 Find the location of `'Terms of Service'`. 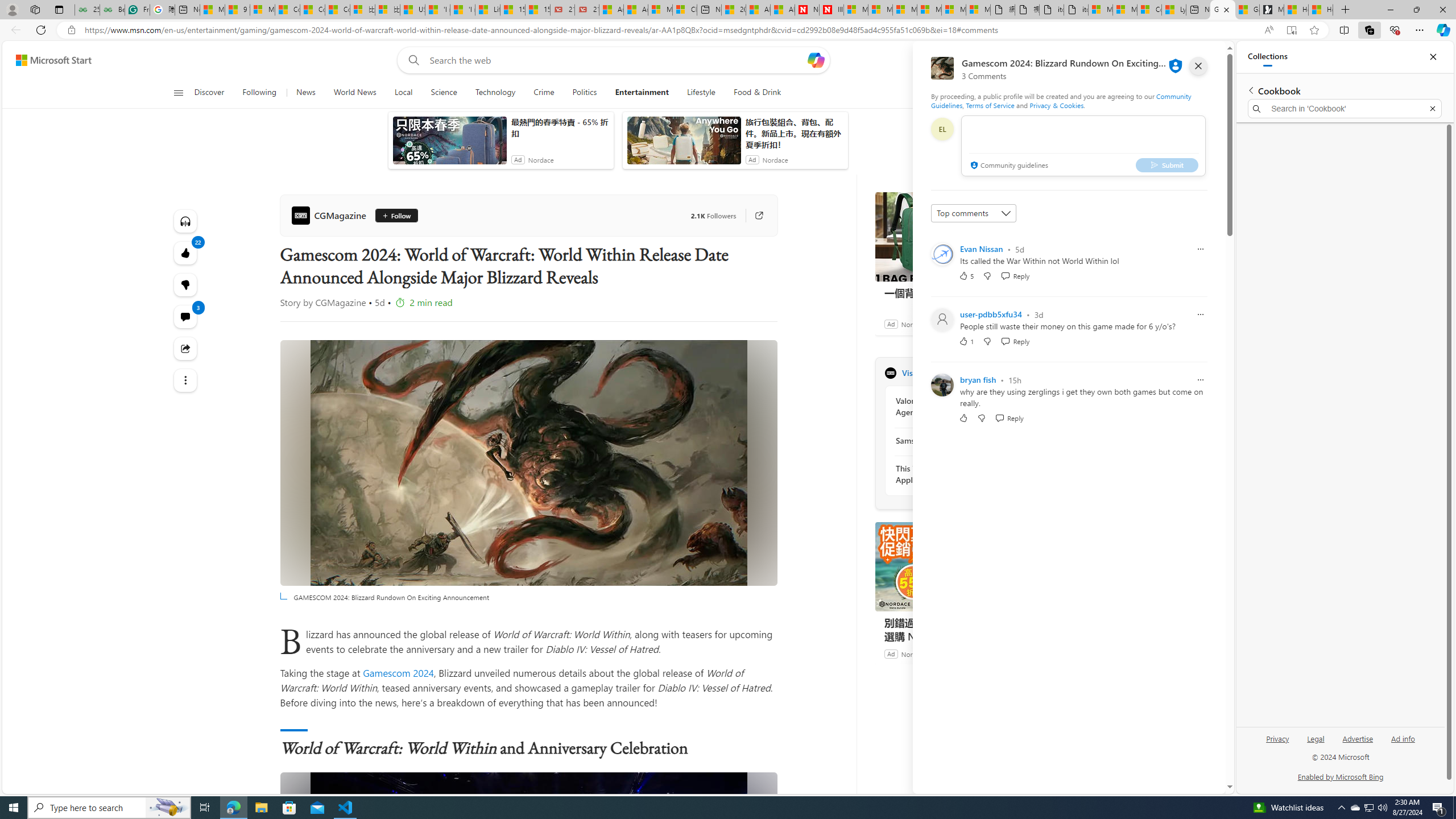

'Terms of Service' is located at coordinates (990, 105).